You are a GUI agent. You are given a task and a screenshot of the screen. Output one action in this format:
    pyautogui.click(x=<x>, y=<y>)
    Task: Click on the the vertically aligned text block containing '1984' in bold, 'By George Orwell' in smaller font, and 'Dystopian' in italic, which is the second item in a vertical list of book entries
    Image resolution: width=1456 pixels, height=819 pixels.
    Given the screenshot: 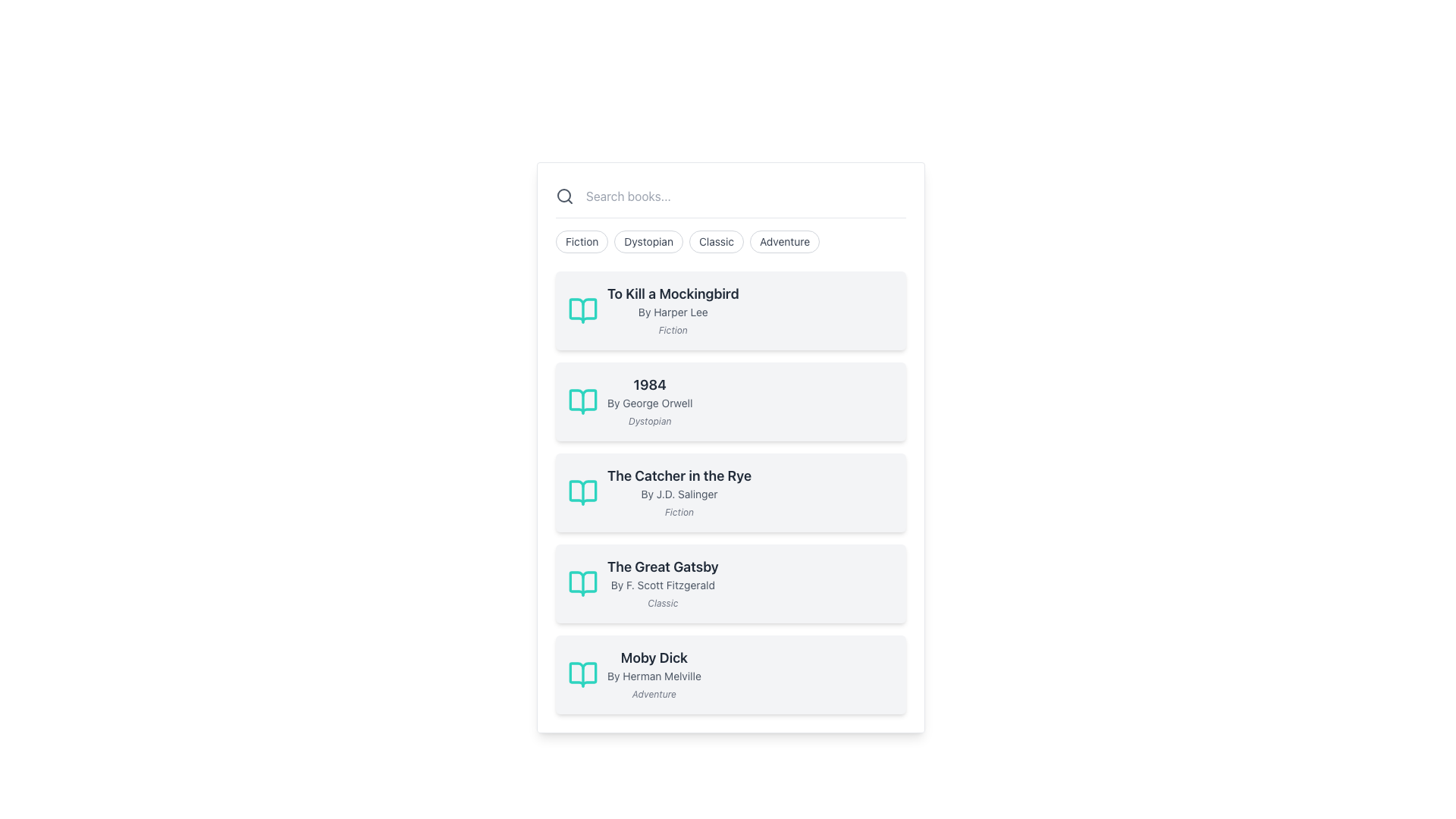 What is the action you would take?
    pyautogui.click(x=650, y=400)
    